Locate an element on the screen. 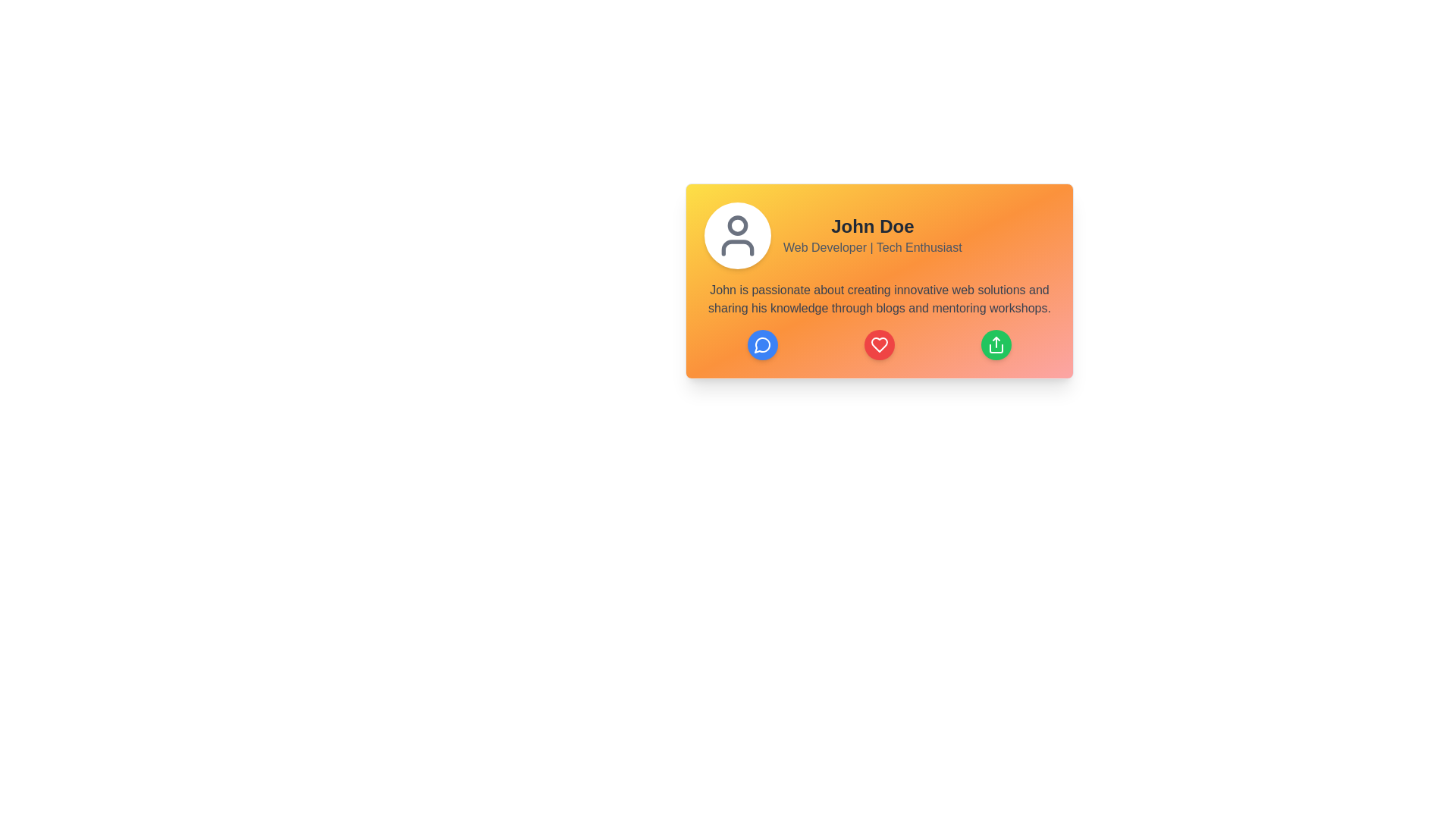  the circular red button with a white heart-shaped icon located in the middle row of buttons on the card interface for tooltip or effect is located at coordinates (880, 345).